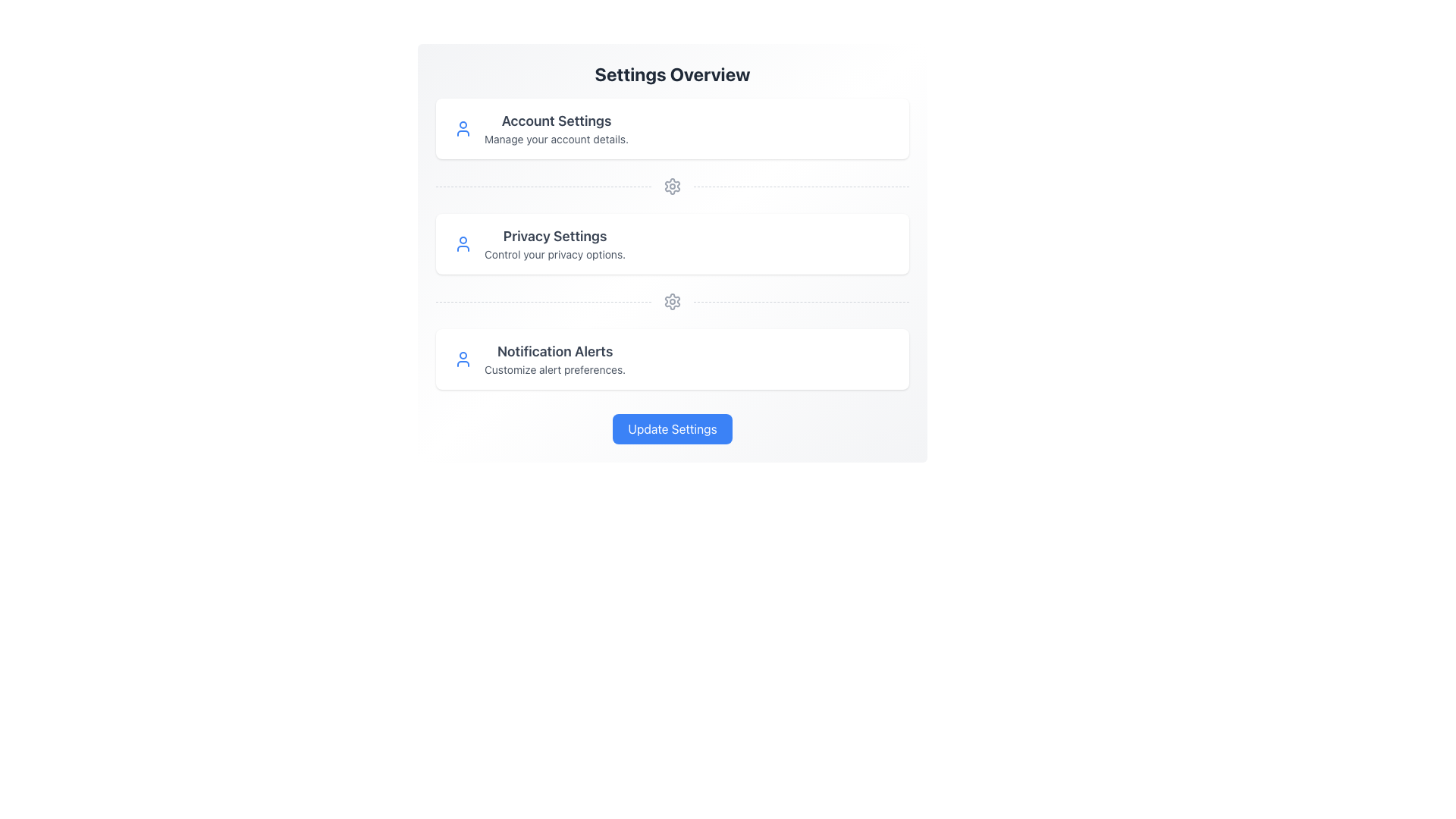 This screenshot has width=1456, height=819. I want to click on the settings icon located at the center of the interface, beneath the 'Privacy Settings' section and above the 'Notification Alerts' section, so click(672, 186).